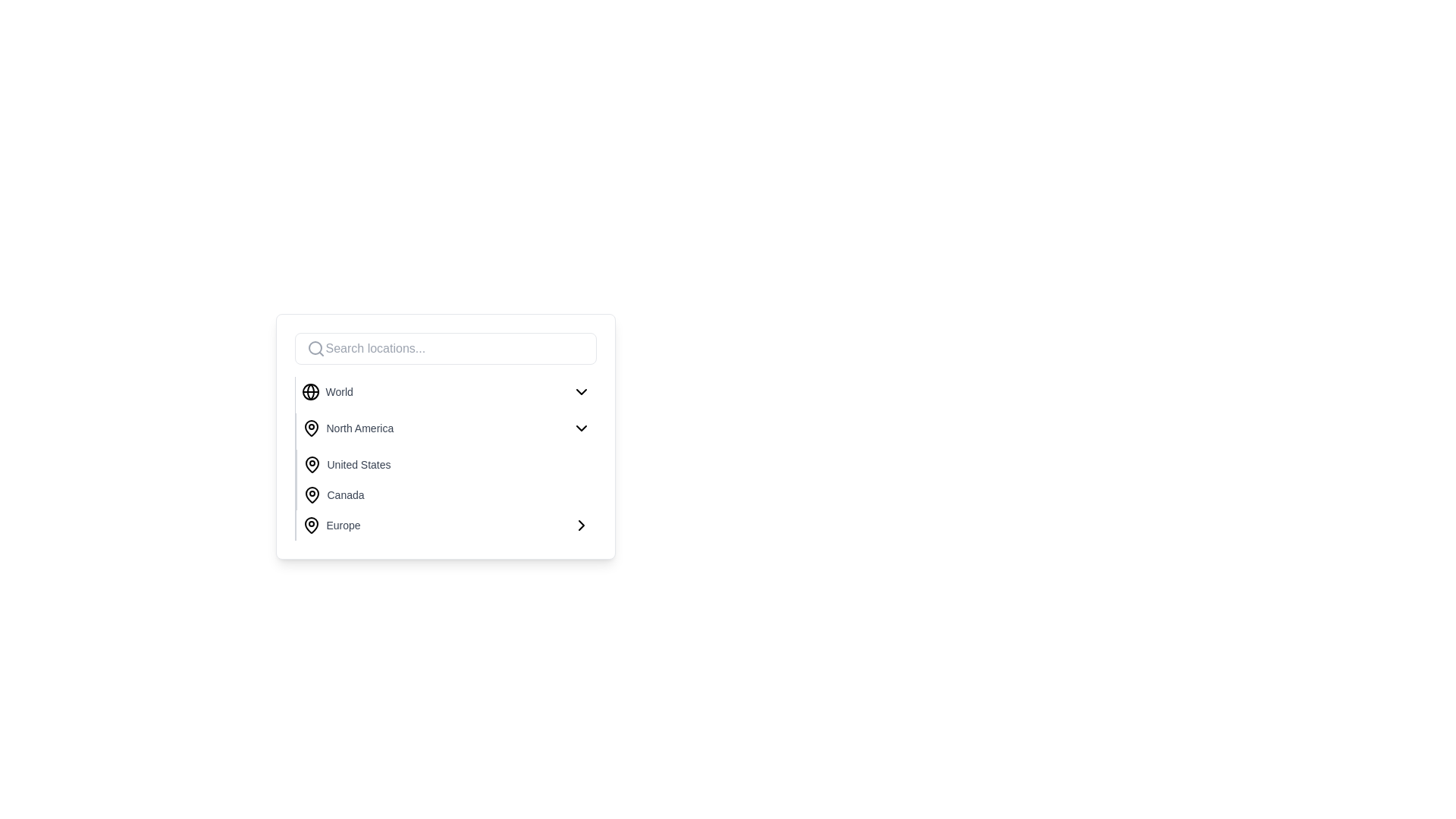 The image size is (1456, 819). Describe the element at coordinates (338, 391) in the screenshot. I see `the 'World' option label located below the 'Search locations...' input box` at that location.